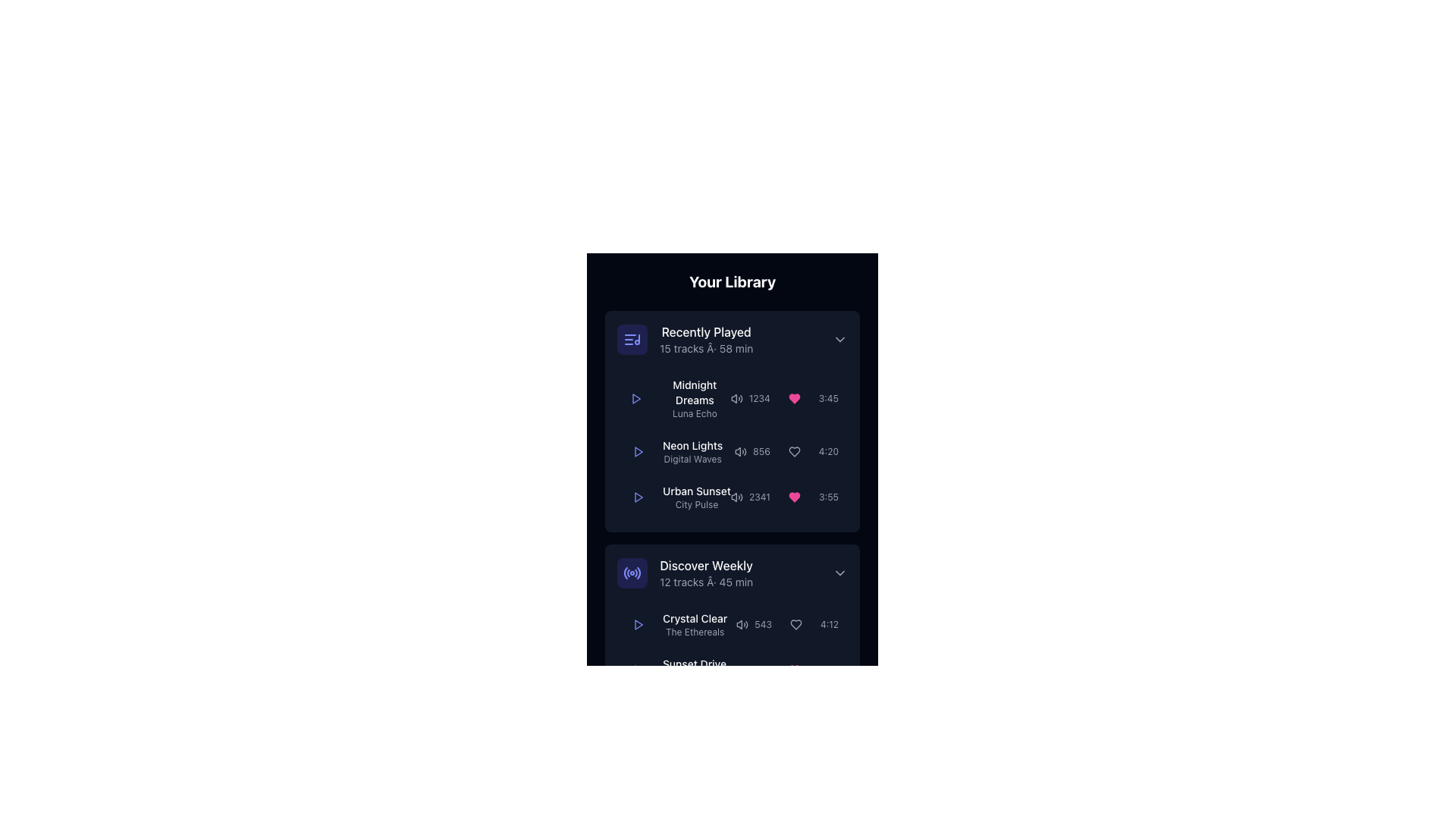  Describe the element at coordinates (752, 451) in the screenshot. I see `text label representing the number of plays next to the speaker icon for the song 'Neon Lights' in the 'Recently Played' section` at that location.